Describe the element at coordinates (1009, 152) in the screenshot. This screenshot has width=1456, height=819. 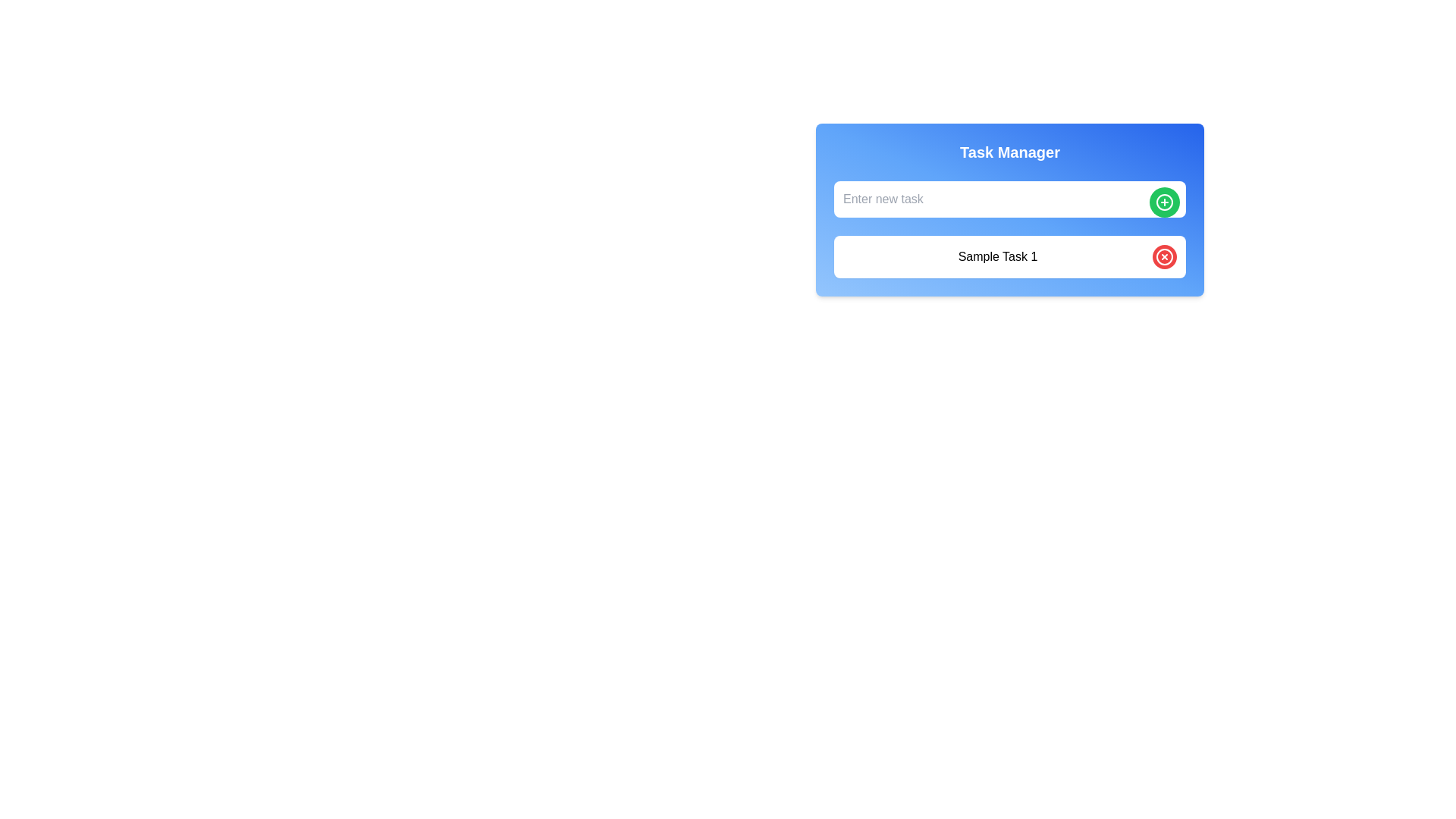
I see `text of the header 'Task Manager' displayed in bold white font against a gradient blue background, located at the top of the card-like structure` at that location.